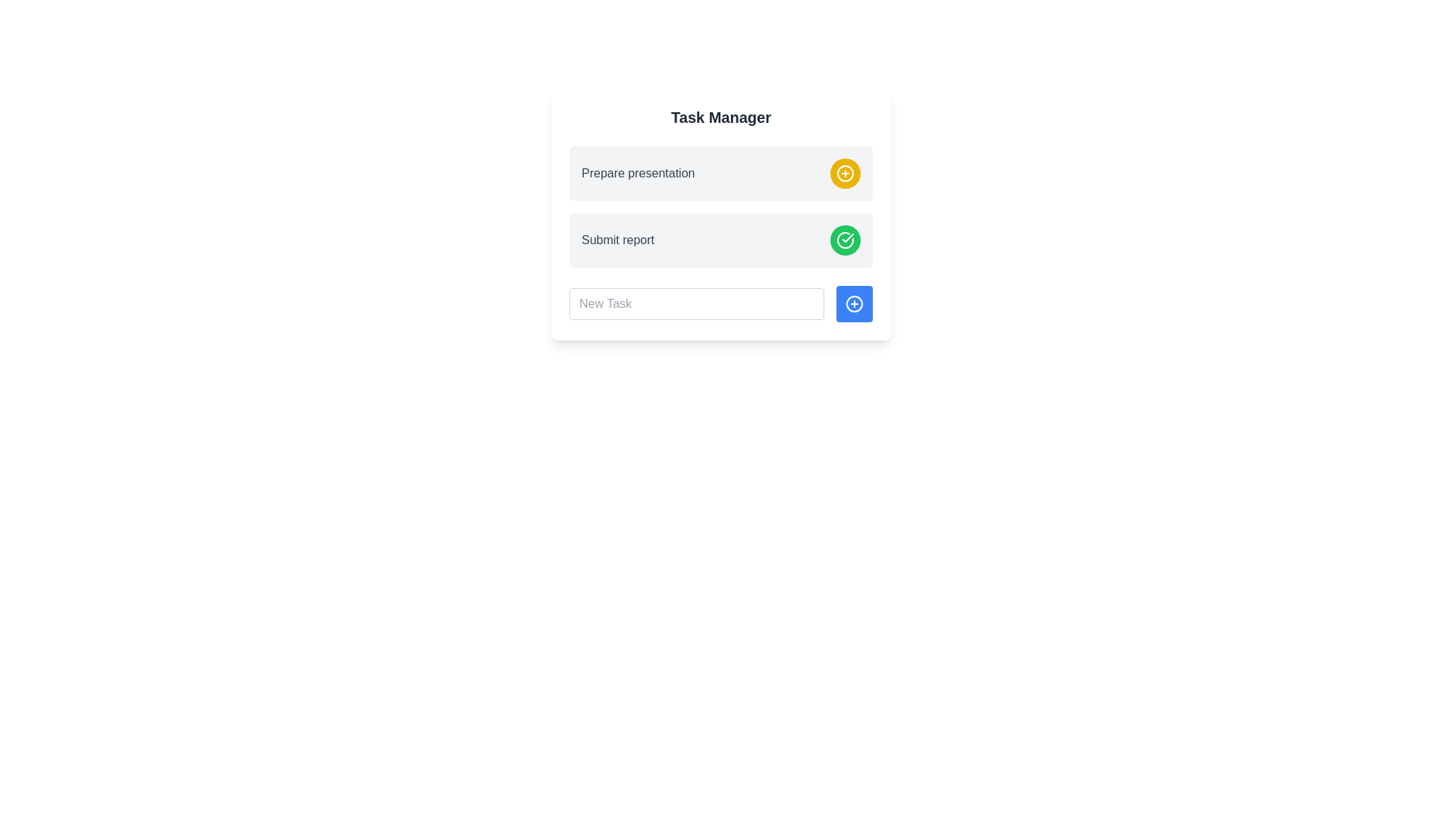  What do you see at coordinates (618, 239) in the screenshot?
I see `the text label 'Submit report' to initiate the action` at bounding box center [618, 239].